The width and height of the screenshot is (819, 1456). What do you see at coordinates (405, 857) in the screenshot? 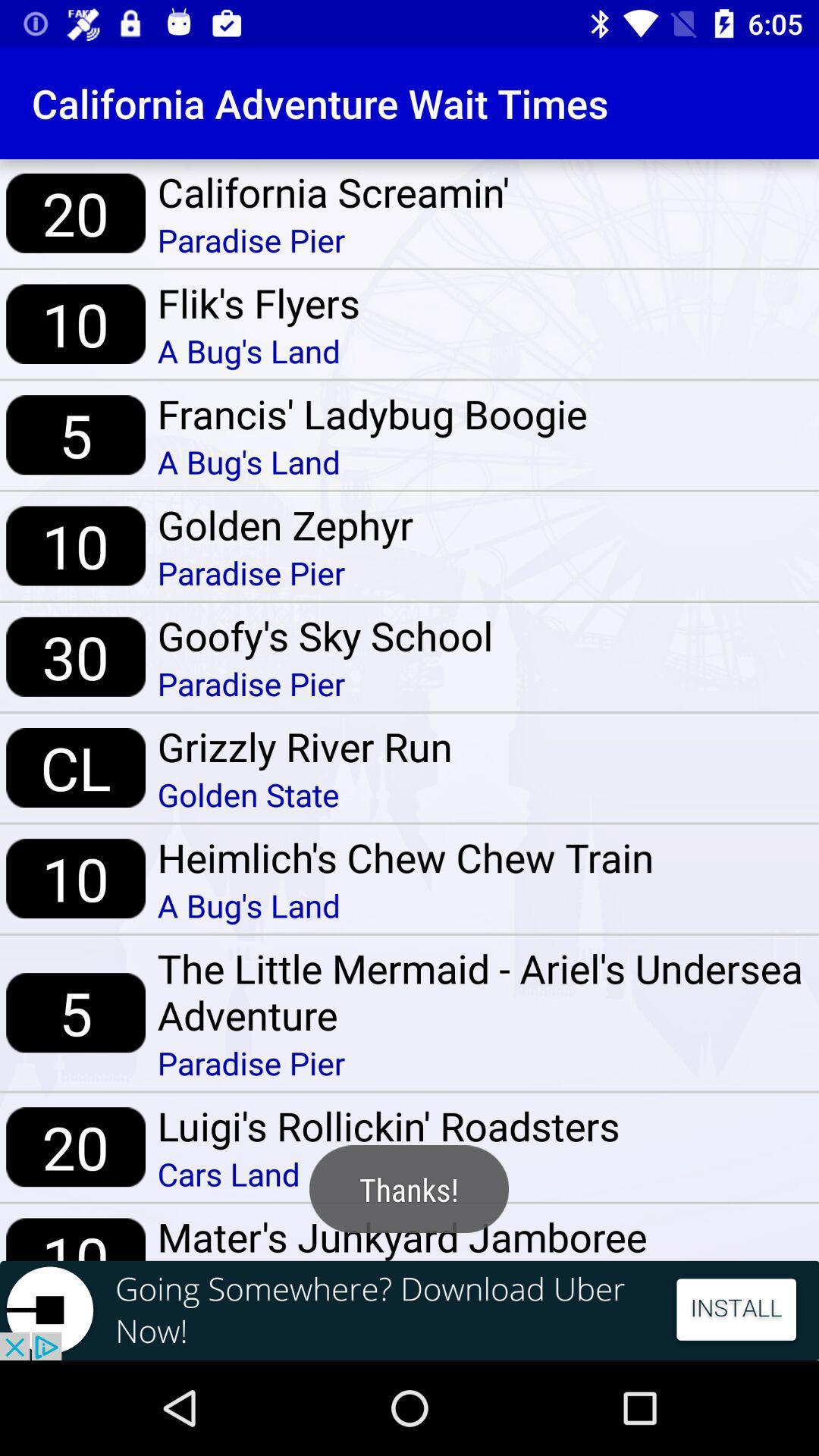
I see `heimlich s chew item` at bounding box center [405, 857].